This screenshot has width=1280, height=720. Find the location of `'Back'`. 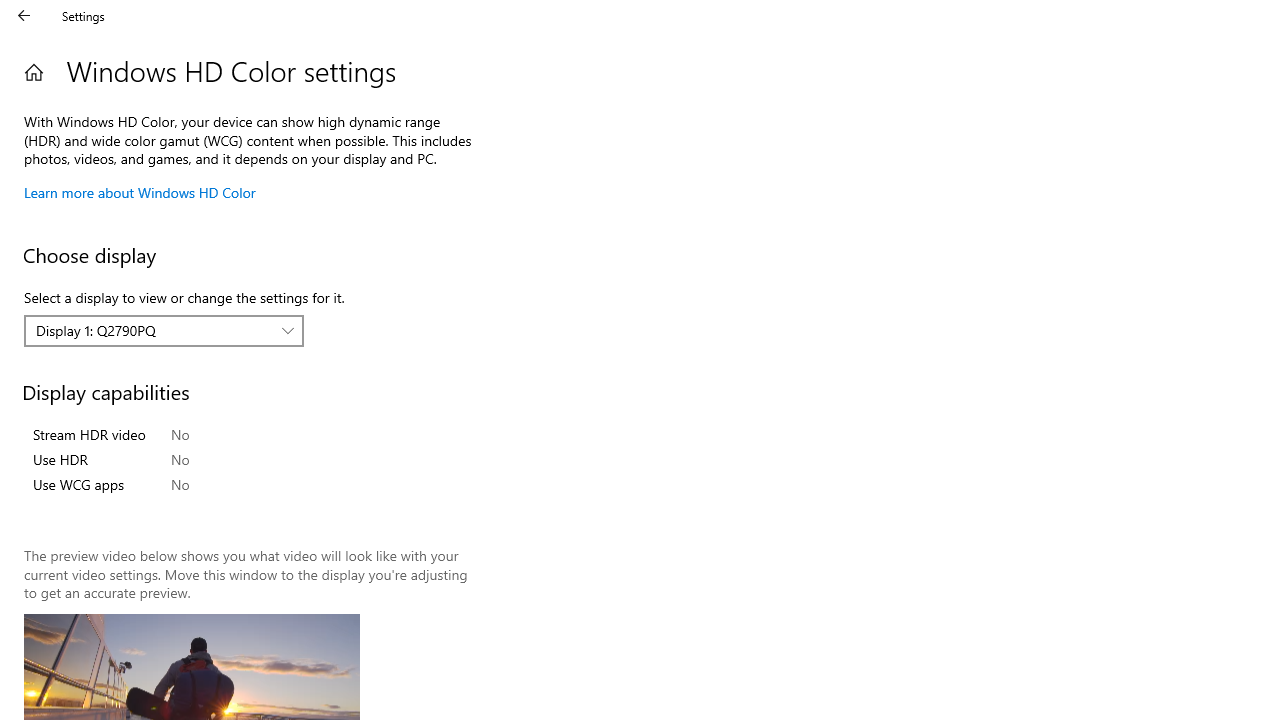

'Back' is located at coordinates (24, 15).